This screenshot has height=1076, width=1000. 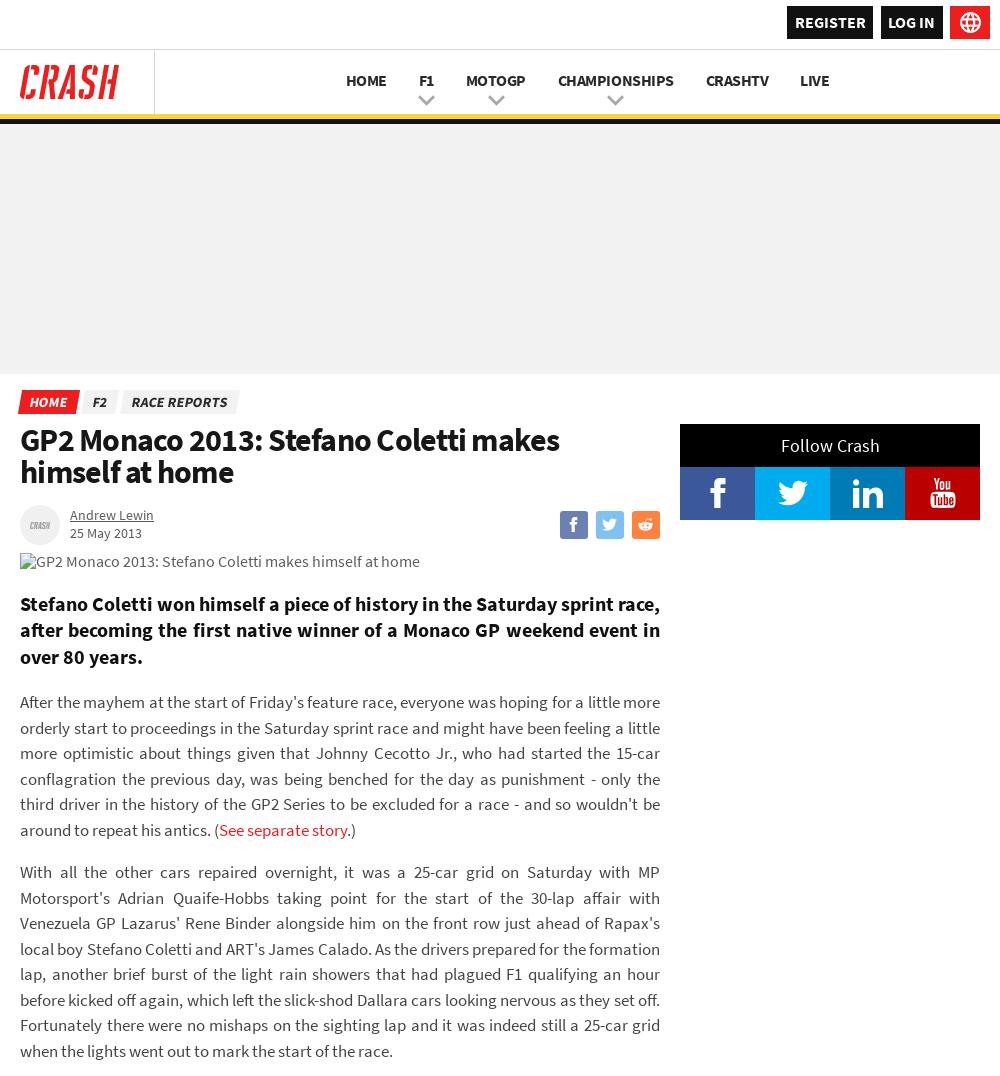 What do you see at coordinates (48, 400) in the screenshot?
I see `'Home'` at bounding box center [48, 400].